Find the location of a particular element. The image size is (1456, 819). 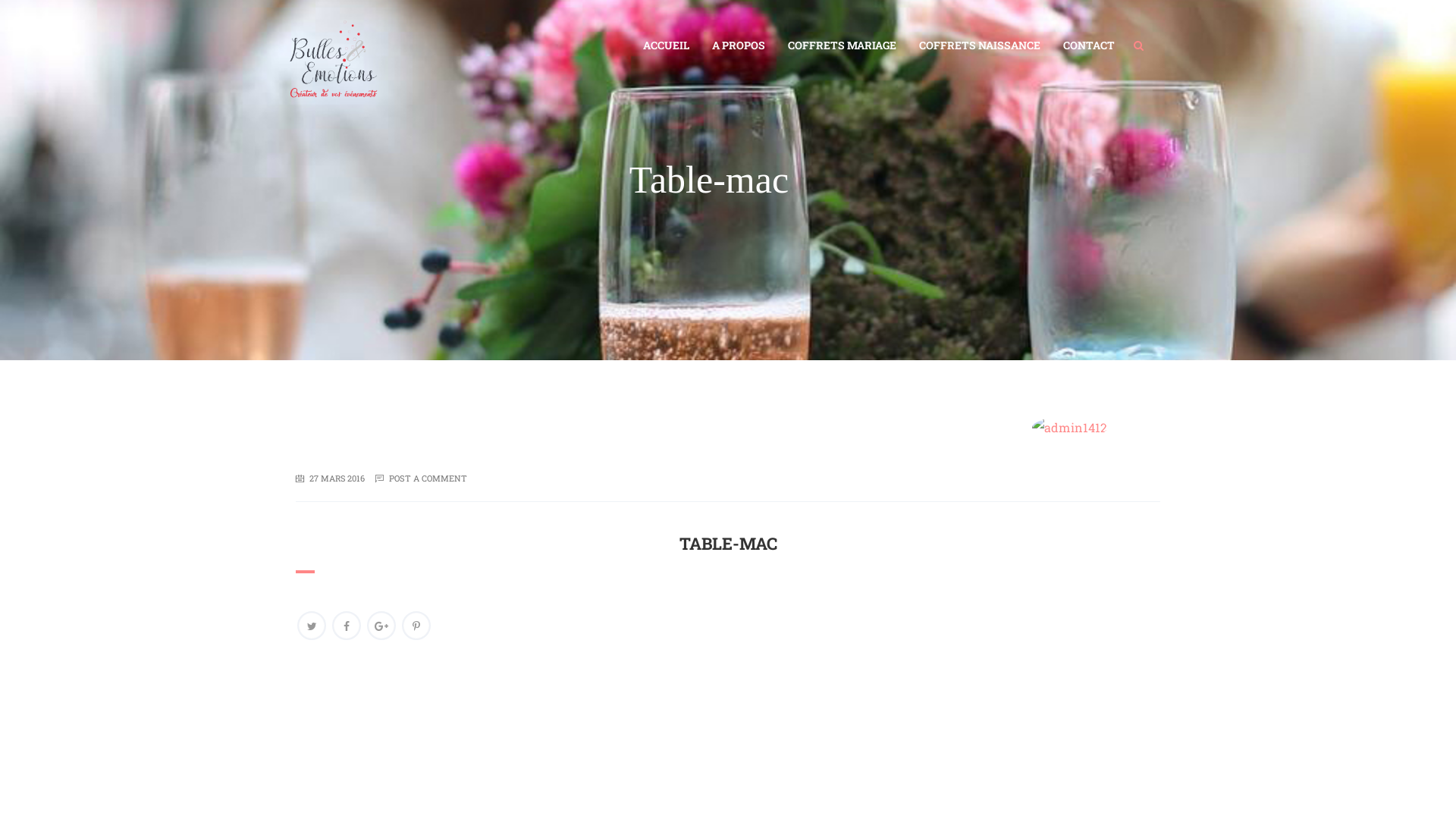

'COFFRETS MARIAGE' is located at coordinates (776, 45).